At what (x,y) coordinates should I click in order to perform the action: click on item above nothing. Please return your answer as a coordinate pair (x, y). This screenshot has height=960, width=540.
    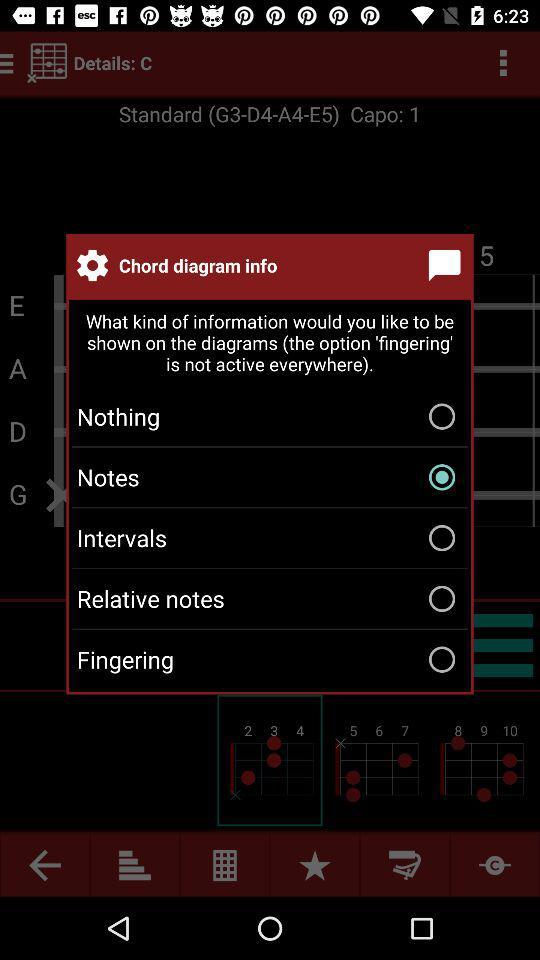
    Looking at the image, I should click on (270, 344).